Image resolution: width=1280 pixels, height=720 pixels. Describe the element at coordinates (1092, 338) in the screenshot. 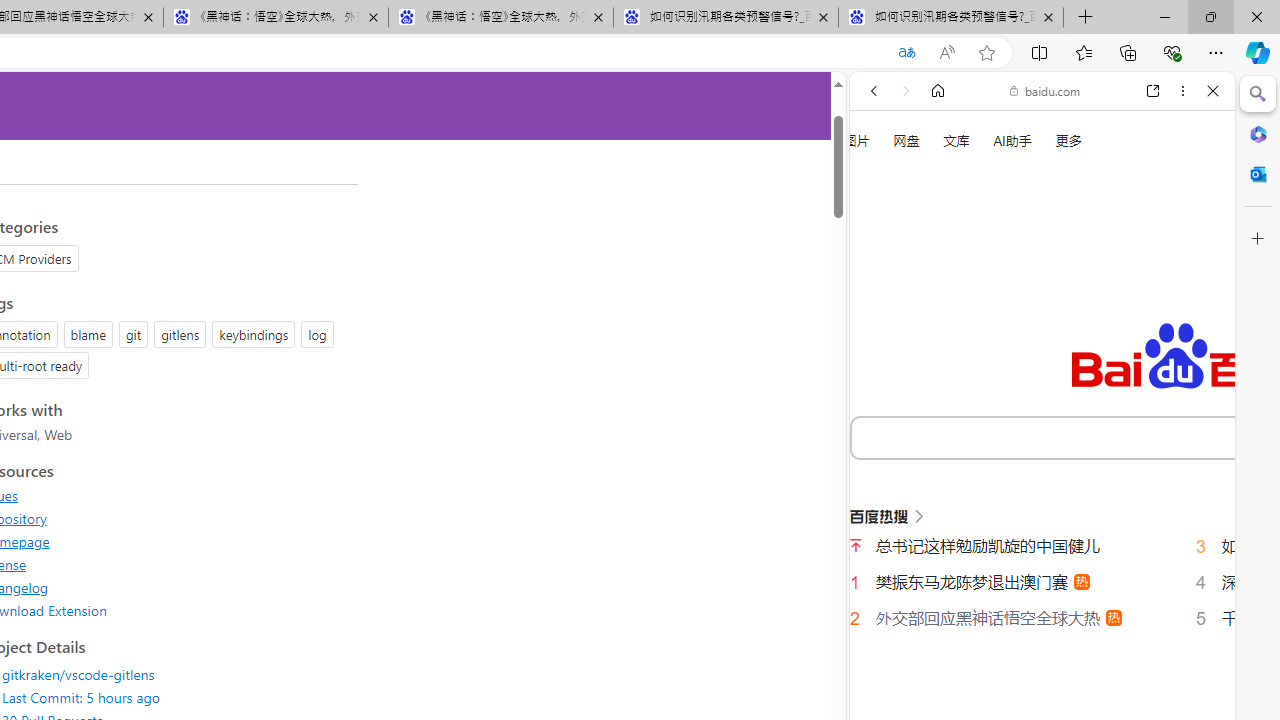

I see `'SEARCH TOOLS'` at that location.